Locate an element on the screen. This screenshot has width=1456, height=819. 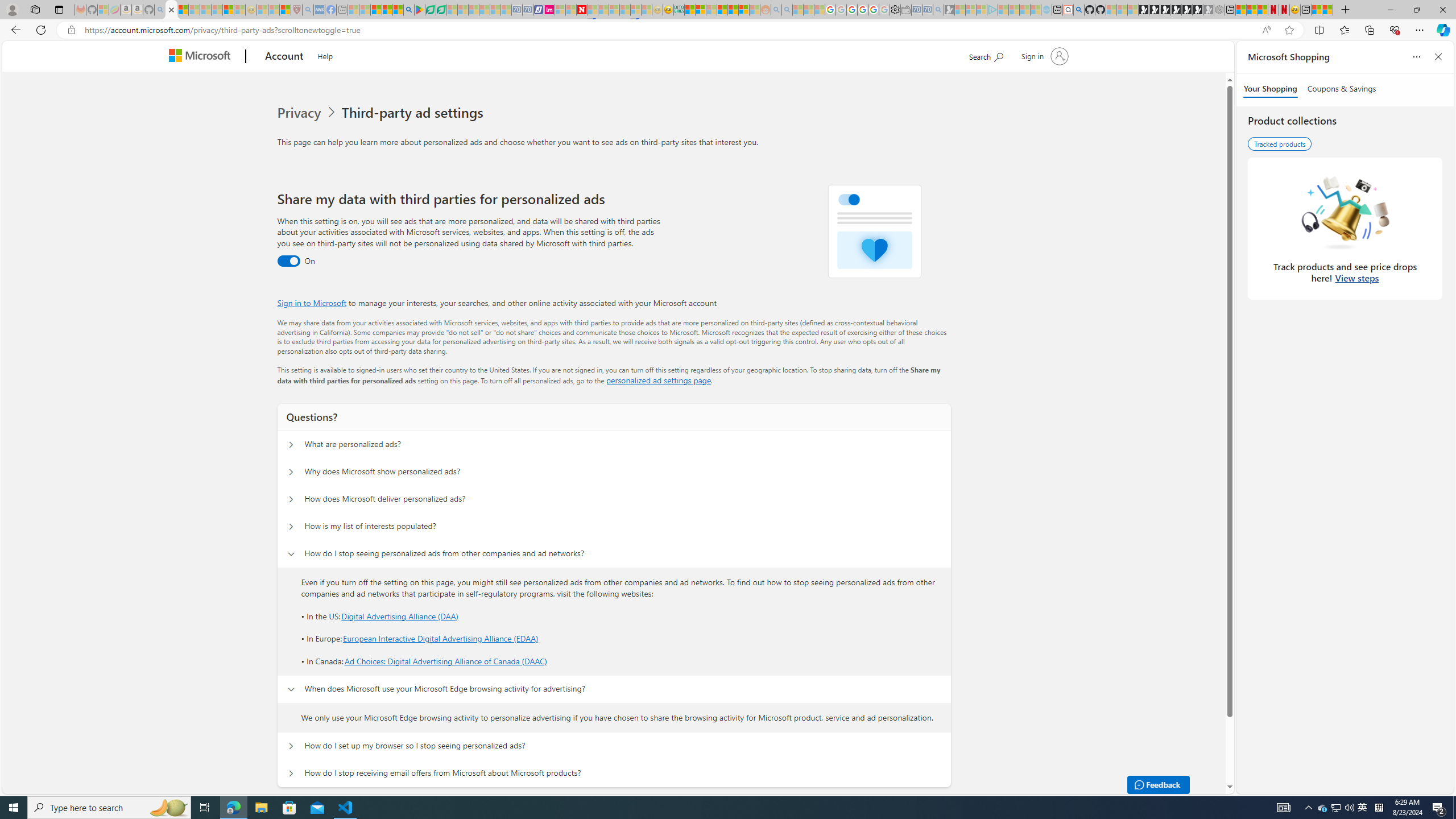
'Digital Advertising Alliance (DAA)' is located at coordinates (399, 615).